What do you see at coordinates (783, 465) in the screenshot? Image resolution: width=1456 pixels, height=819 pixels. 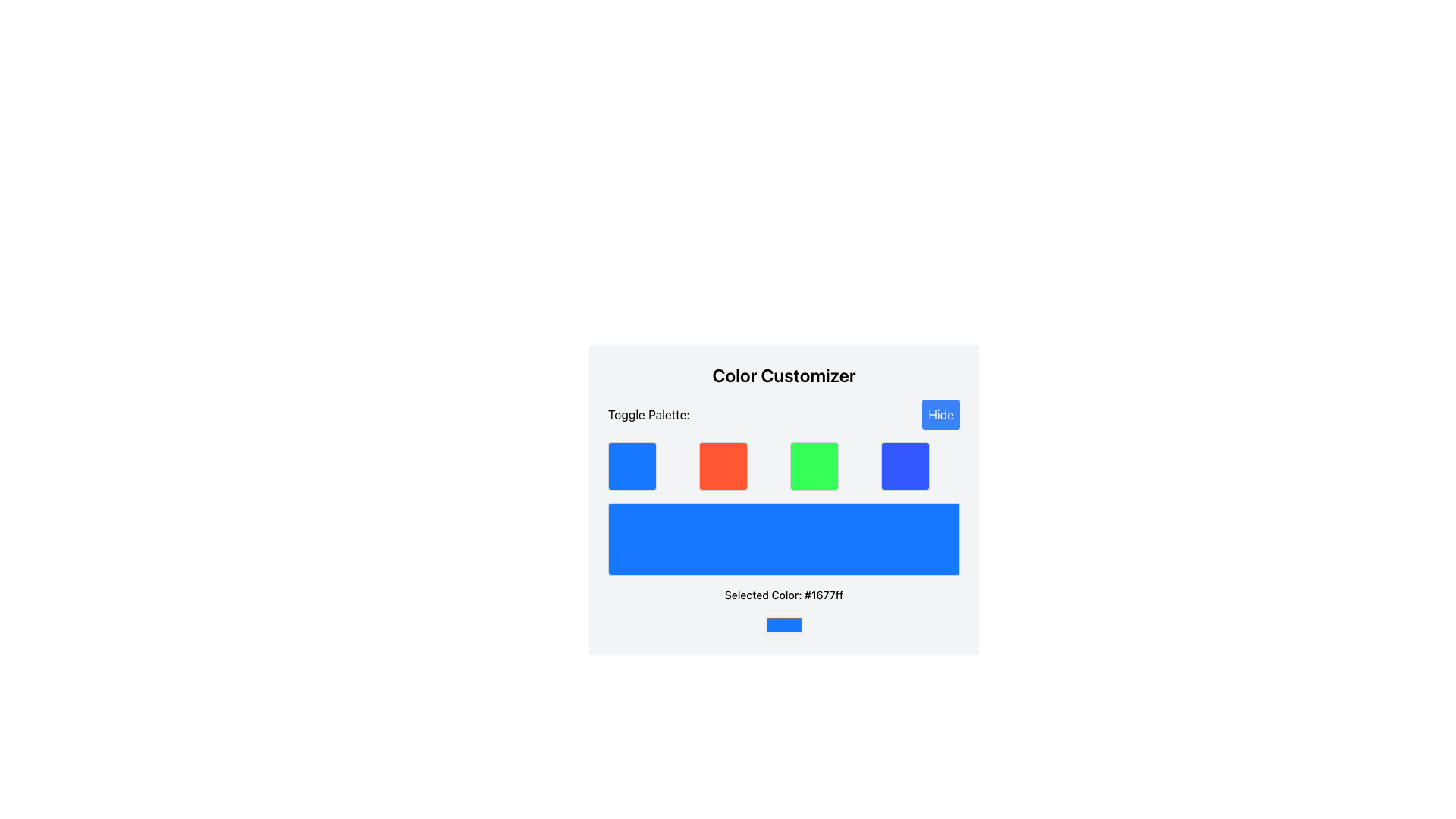 I see `one of the color swatches in the grid containing square-shaped color swatches` at bounding box center [783, 465].